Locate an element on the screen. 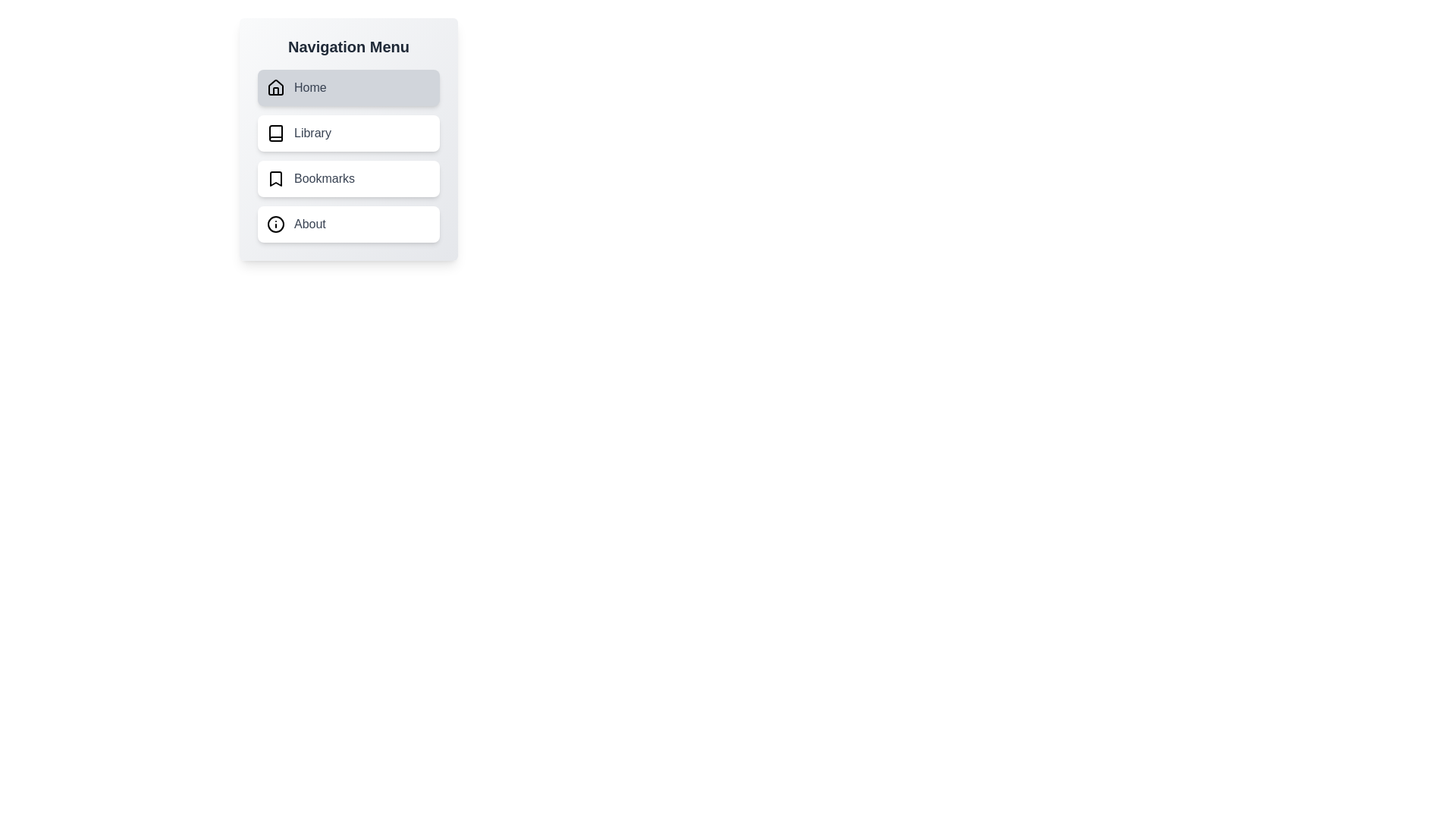  the menu item corresponding to Home is located at coordinates (348, 87).